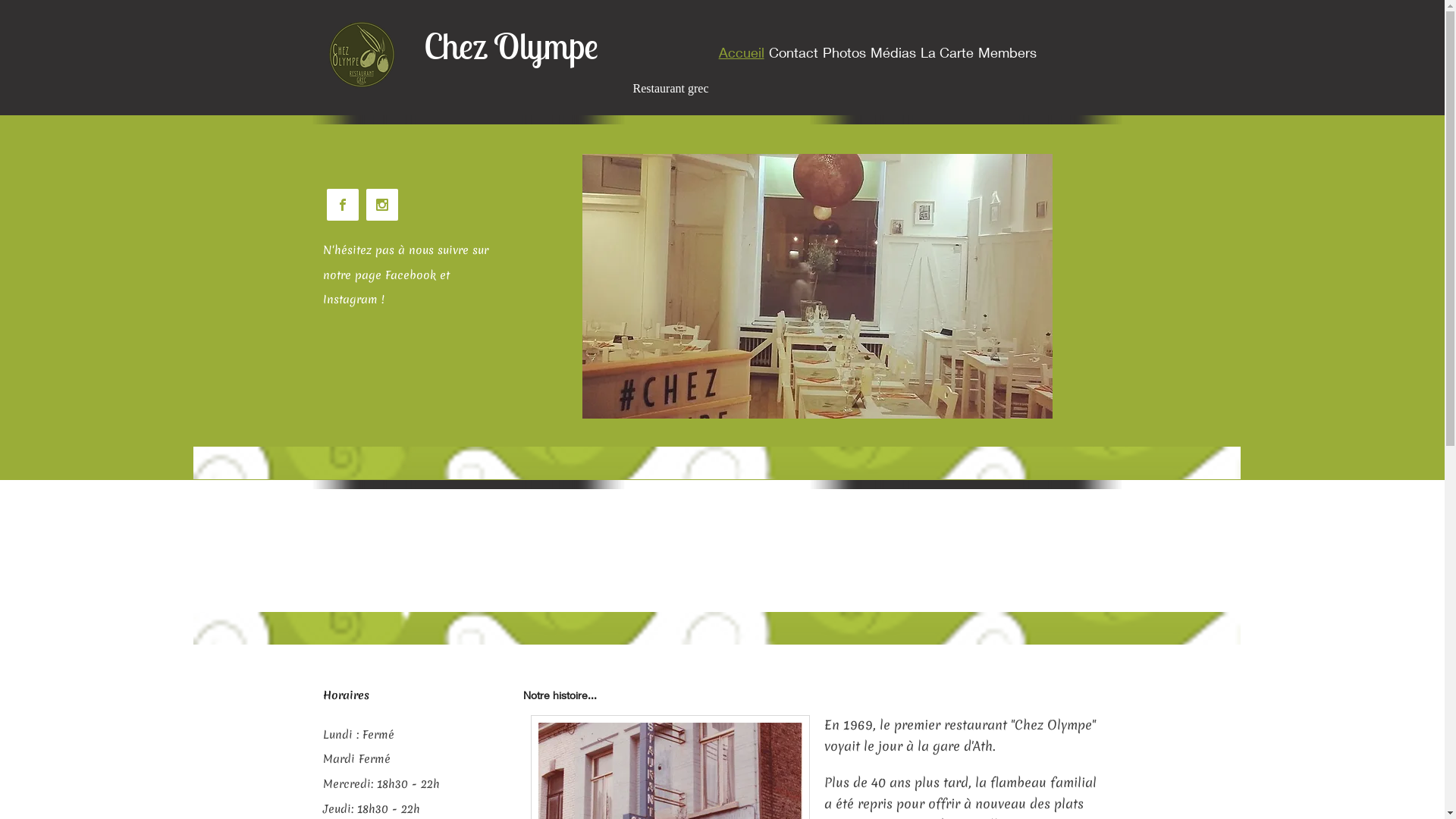 The width and height of the screenshot is (1456, 819). What do you see at coordinates (792, 52) in the screenshot?
I see `'Contact'` at bounding box center [792, 52].